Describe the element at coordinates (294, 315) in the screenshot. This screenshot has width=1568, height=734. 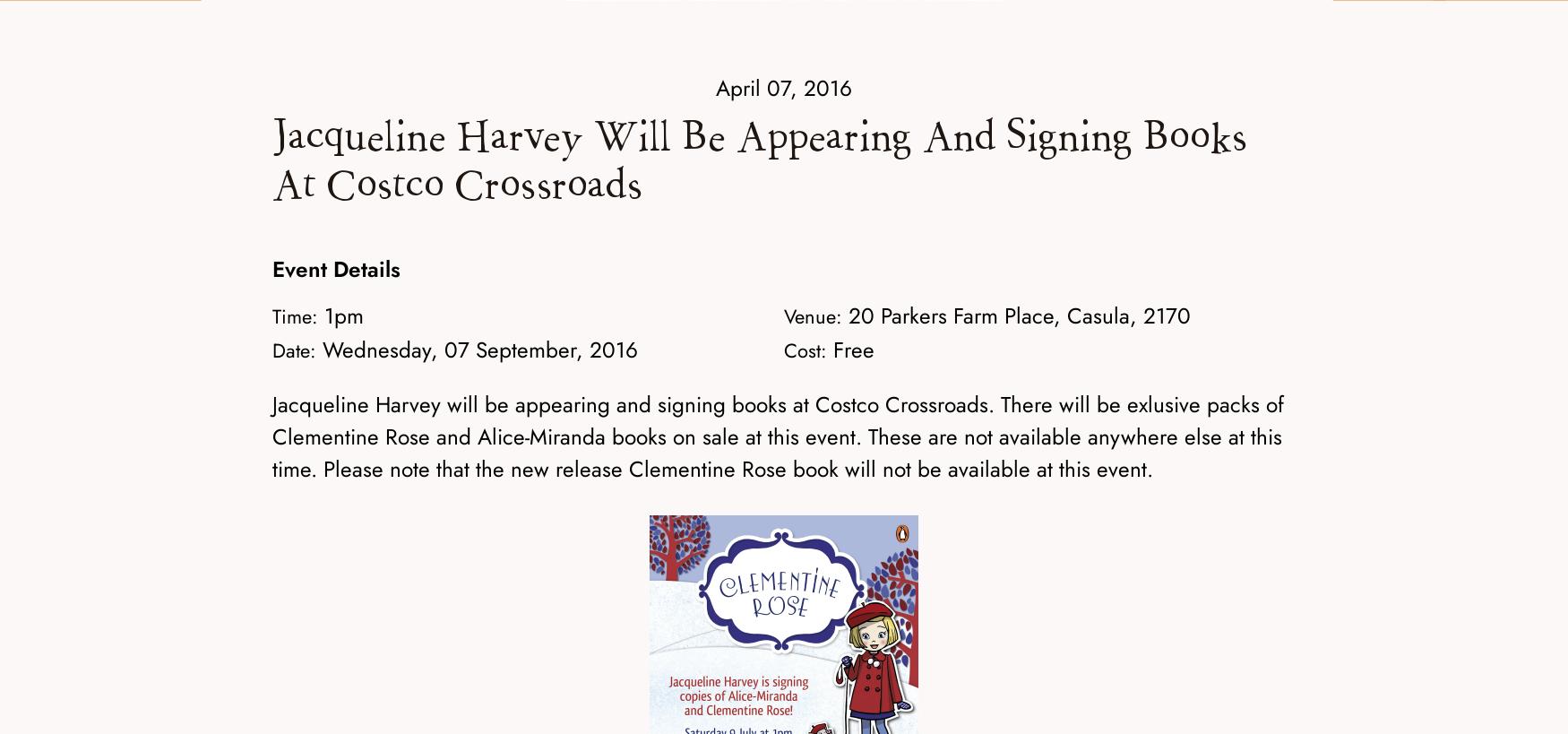
I see `'Time:'` at that location.